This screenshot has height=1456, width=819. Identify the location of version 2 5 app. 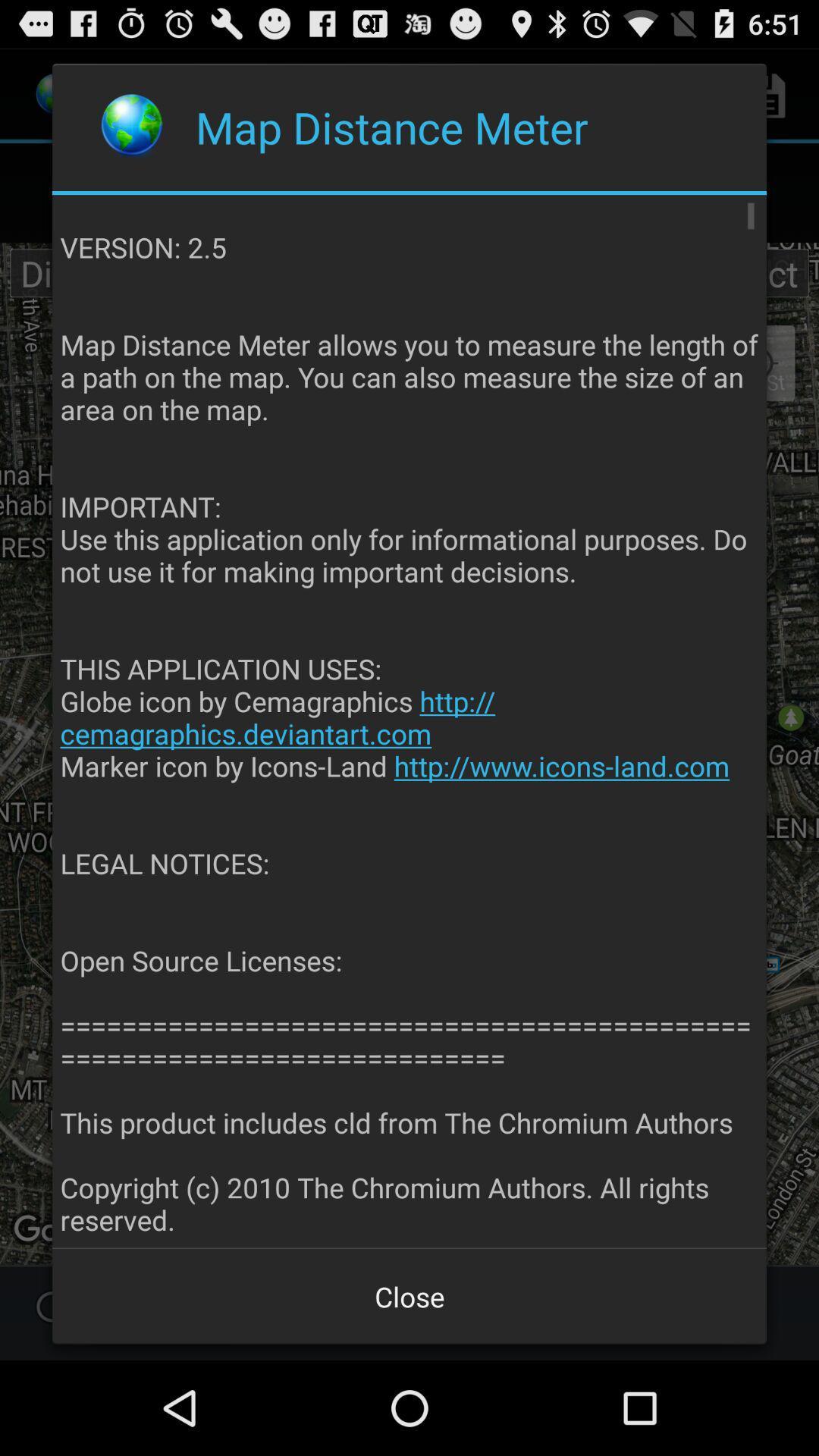
(410, 721).